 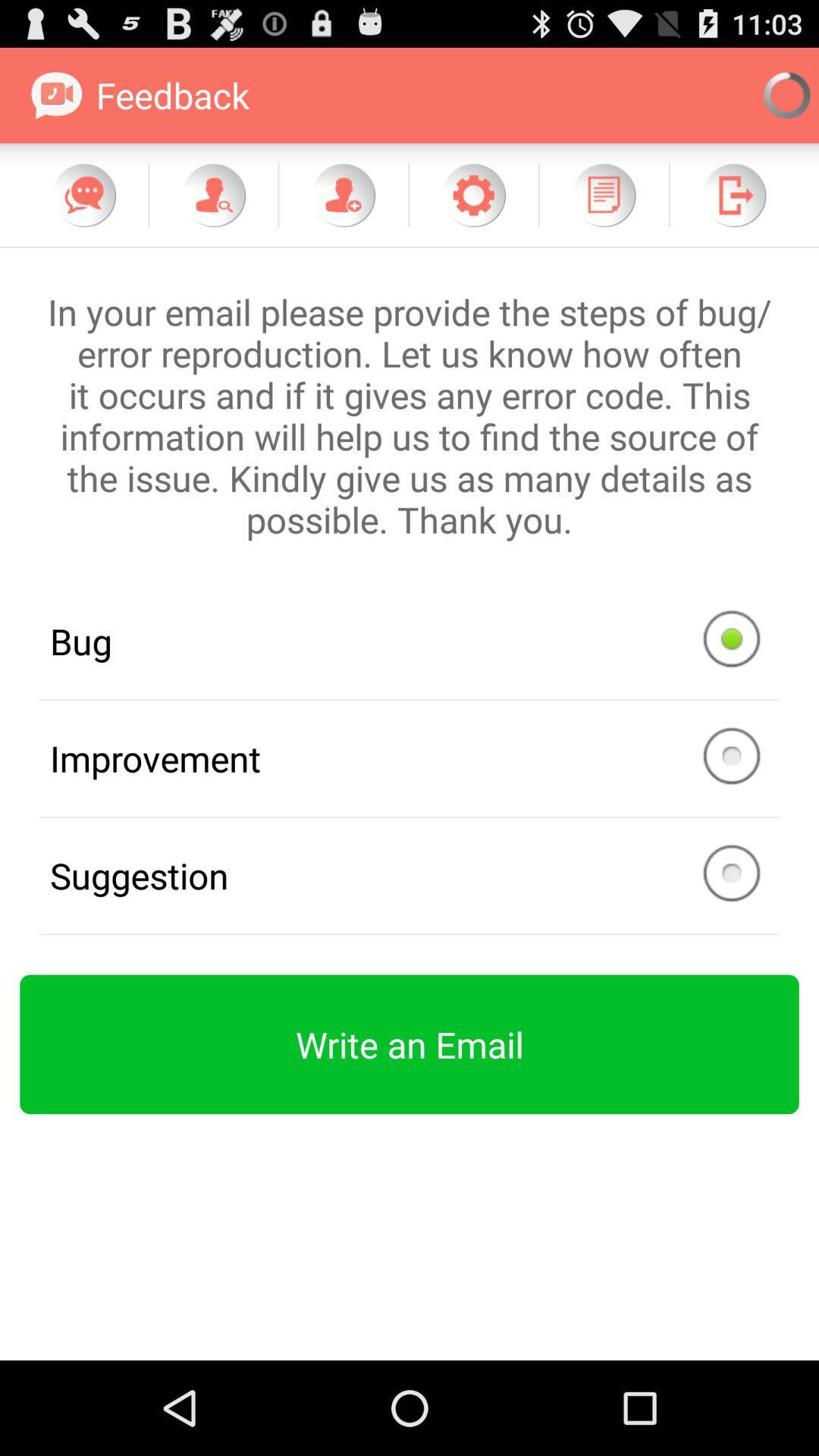 What do you see at coordinates (343, 208) in the screenshot?
I see `the follow icon` at bounding box center [343, 208].